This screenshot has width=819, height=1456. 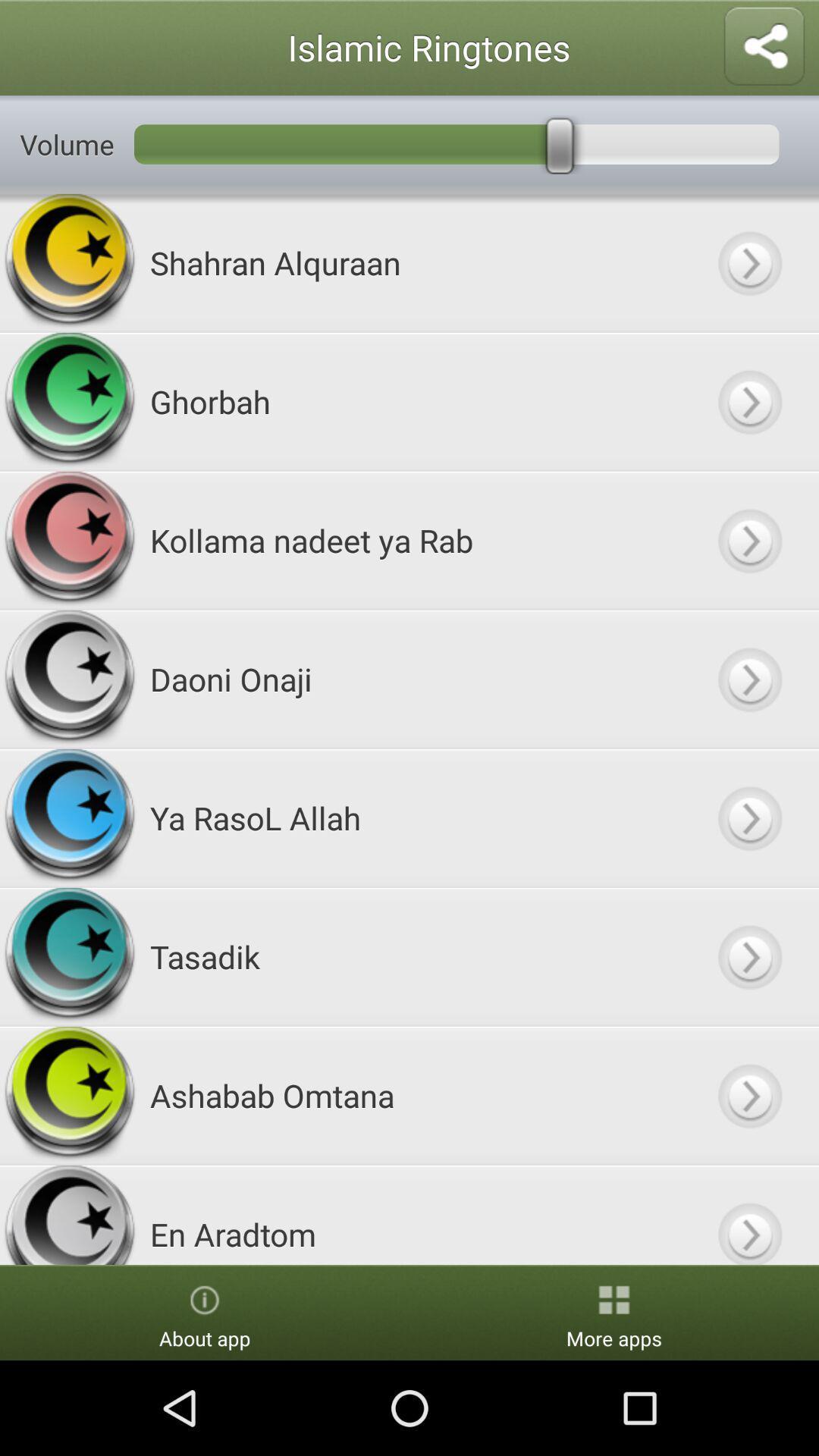 I want to click on button, so click(x=748, y=401).